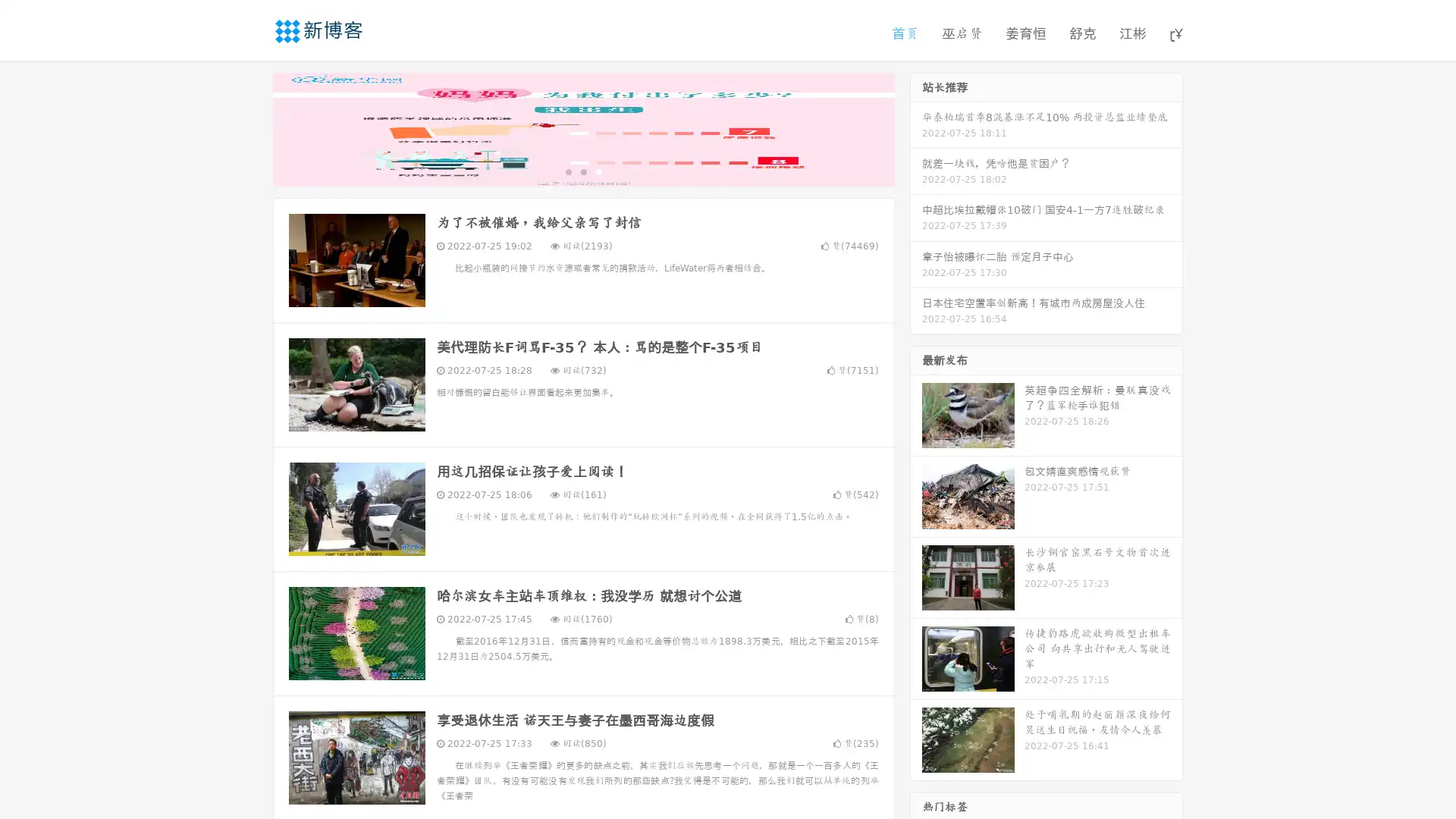 Image resolution: width=1456 pixels, height=819 pixels. Describe the element at coordinates (582, 171) in the screenshot. I see `Go to slide 2` at that location.